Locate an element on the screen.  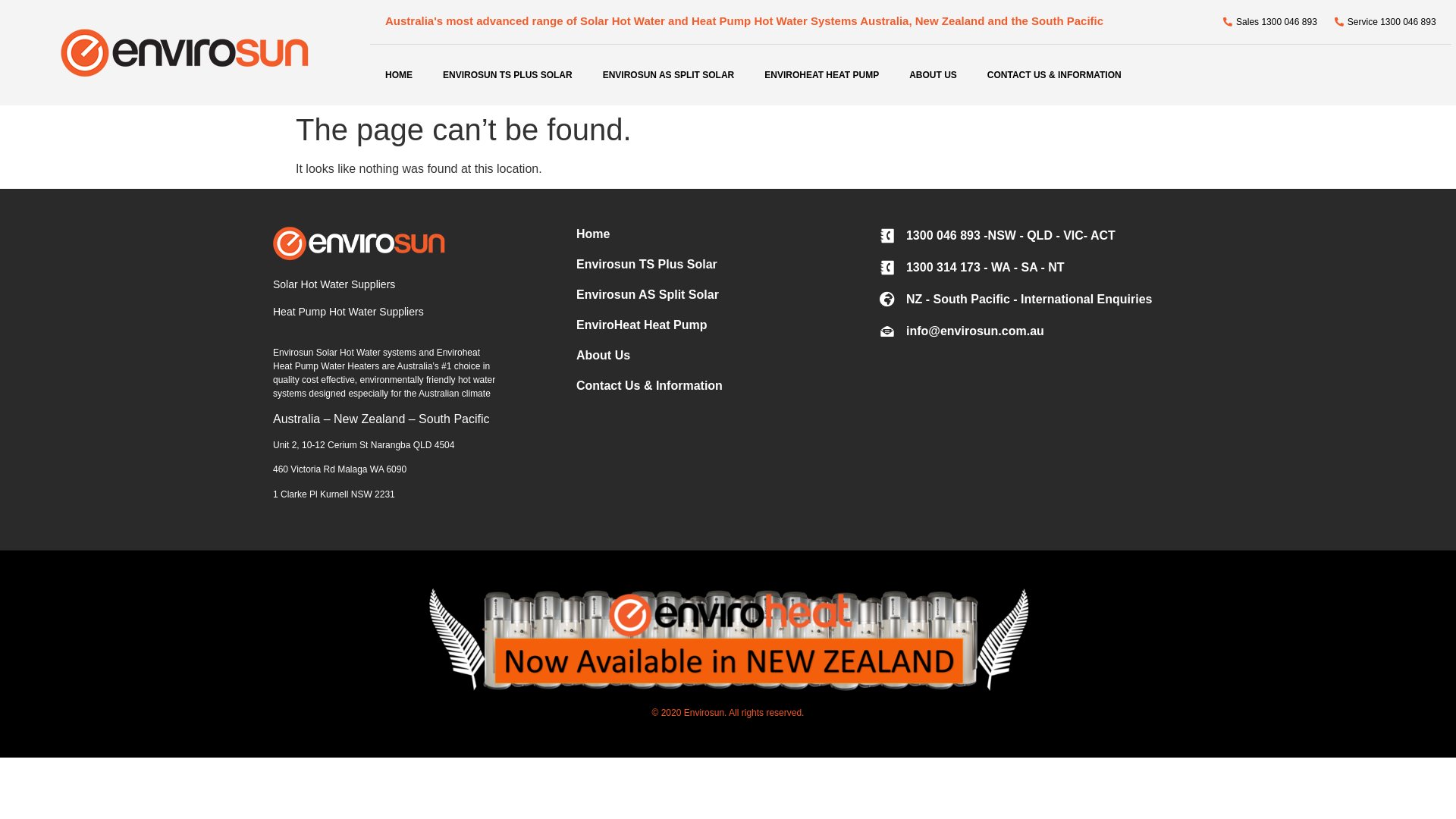
'CONTACT US & INFORMATION' is located at coordinates (1053, 75).